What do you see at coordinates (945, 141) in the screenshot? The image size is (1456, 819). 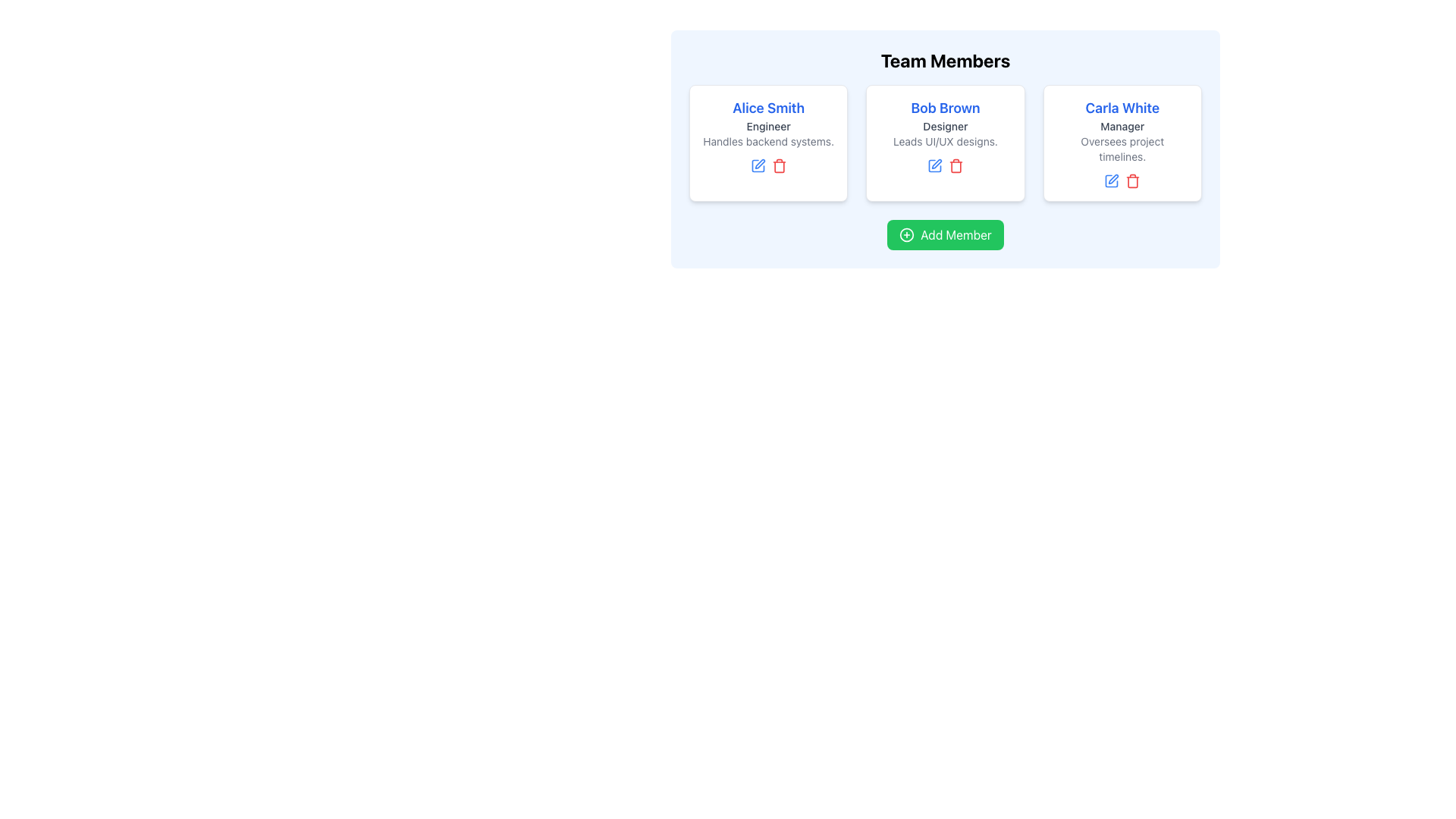 I see `the text label providing a brief description of the responsibilities of Bob Brown, located in the central card of a three-card layout` at bounding box center [945, 141].